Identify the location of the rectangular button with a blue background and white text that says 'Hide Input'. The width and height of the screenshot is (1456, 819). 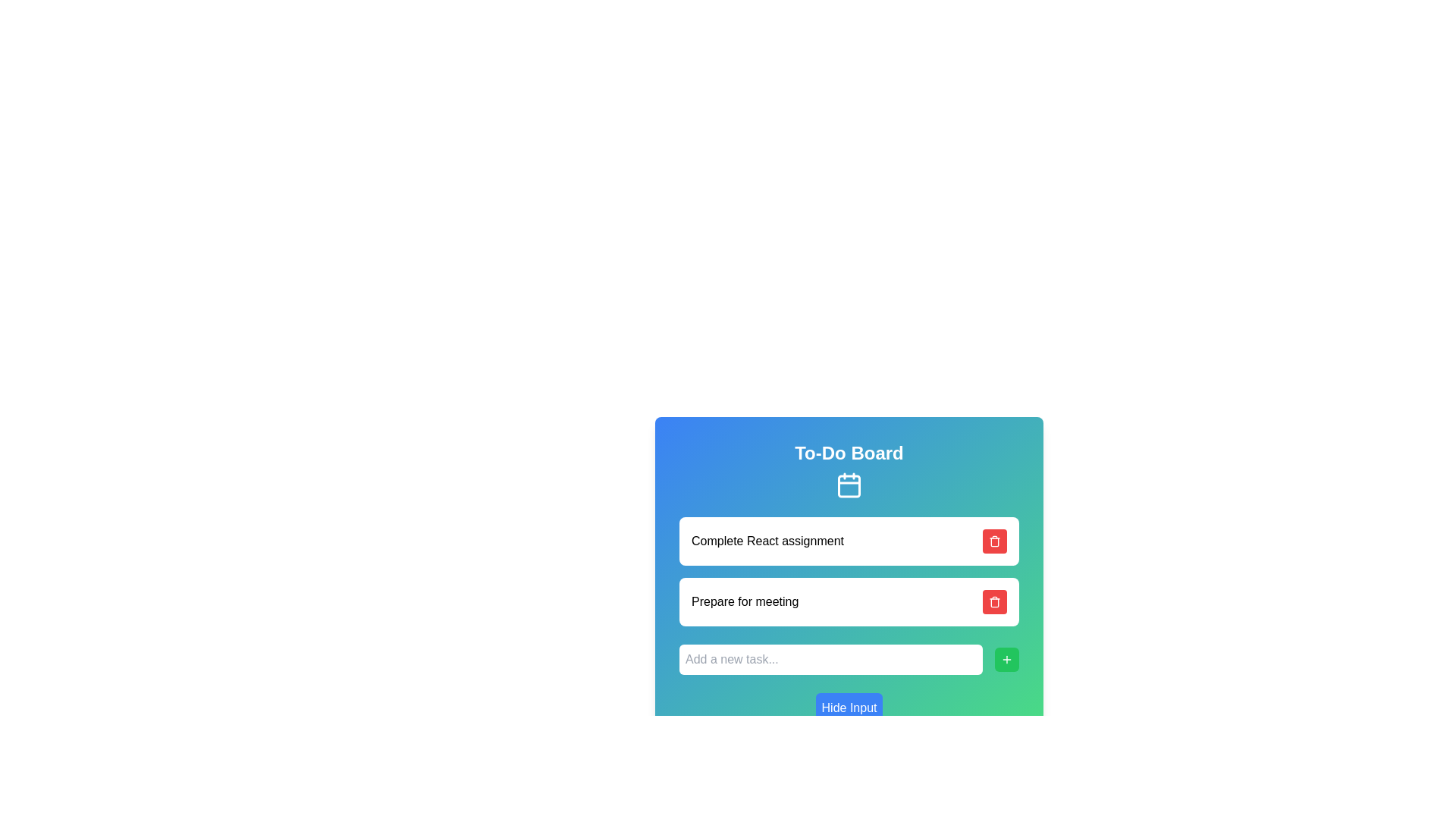
(848, 708).